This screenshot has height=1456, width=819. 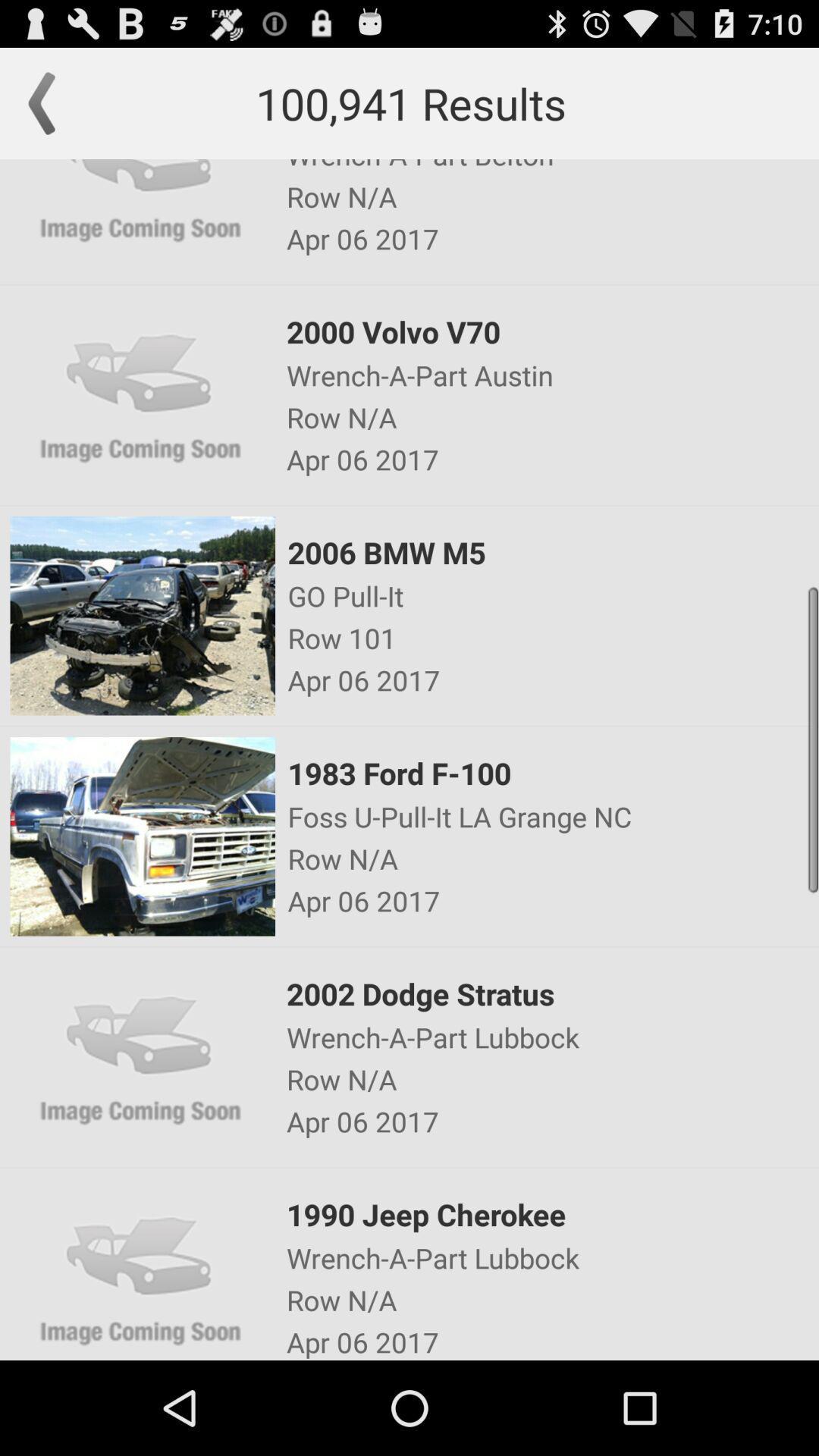 What do you see at coordinates (551, 993) in the screenshot?
I see `2002 dodge stratus` at bounding box center [551, 993].